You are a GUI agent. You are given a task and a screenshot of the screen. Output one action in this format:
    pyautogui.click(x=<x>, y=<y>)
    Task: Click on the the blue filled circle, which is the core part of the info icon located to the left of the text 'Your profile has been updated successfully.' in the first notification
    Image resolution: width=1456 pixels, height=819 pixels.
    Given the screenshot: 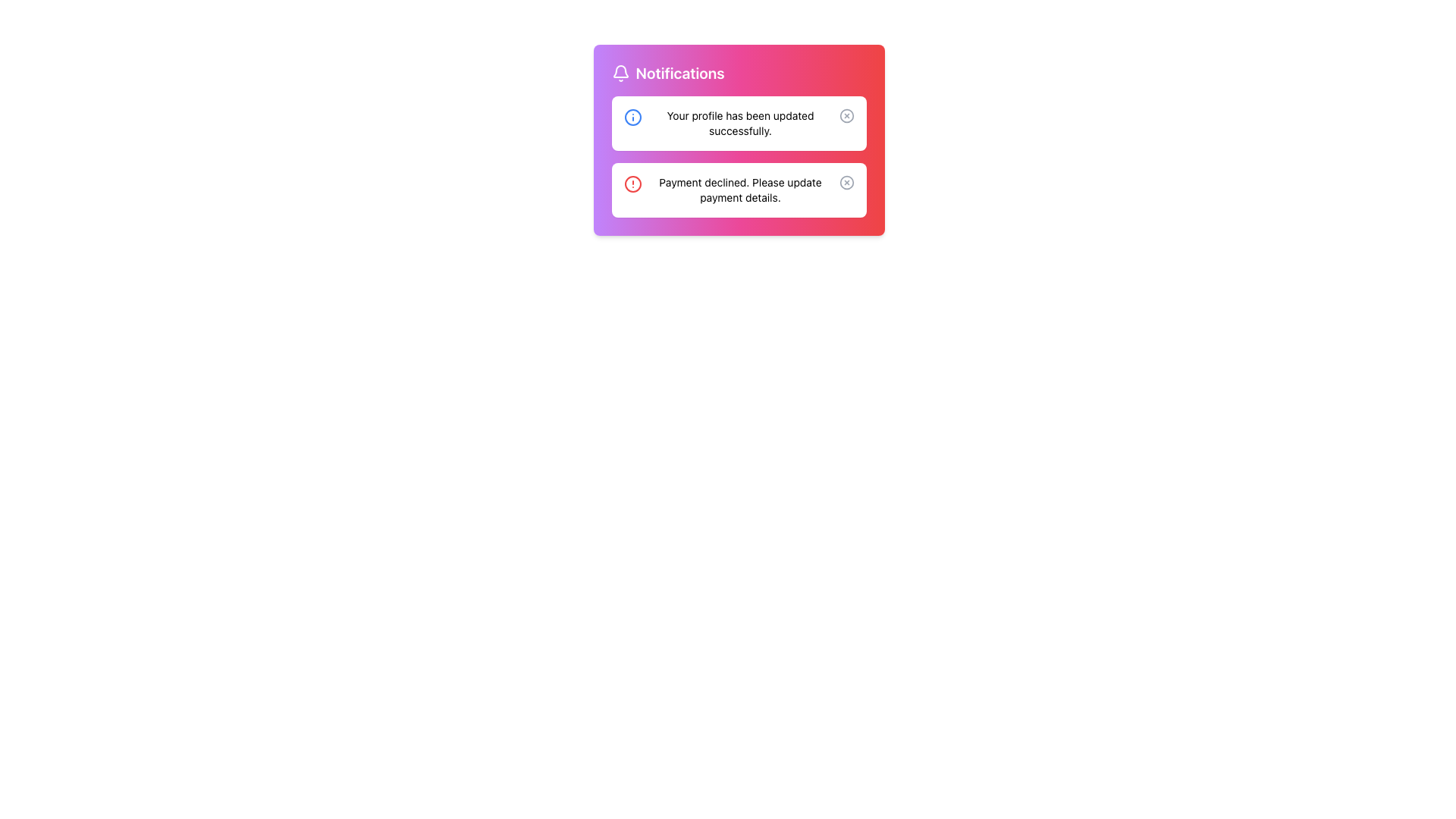 What is the action you would take?
    pyautogui.click(x=632, y=116)
    